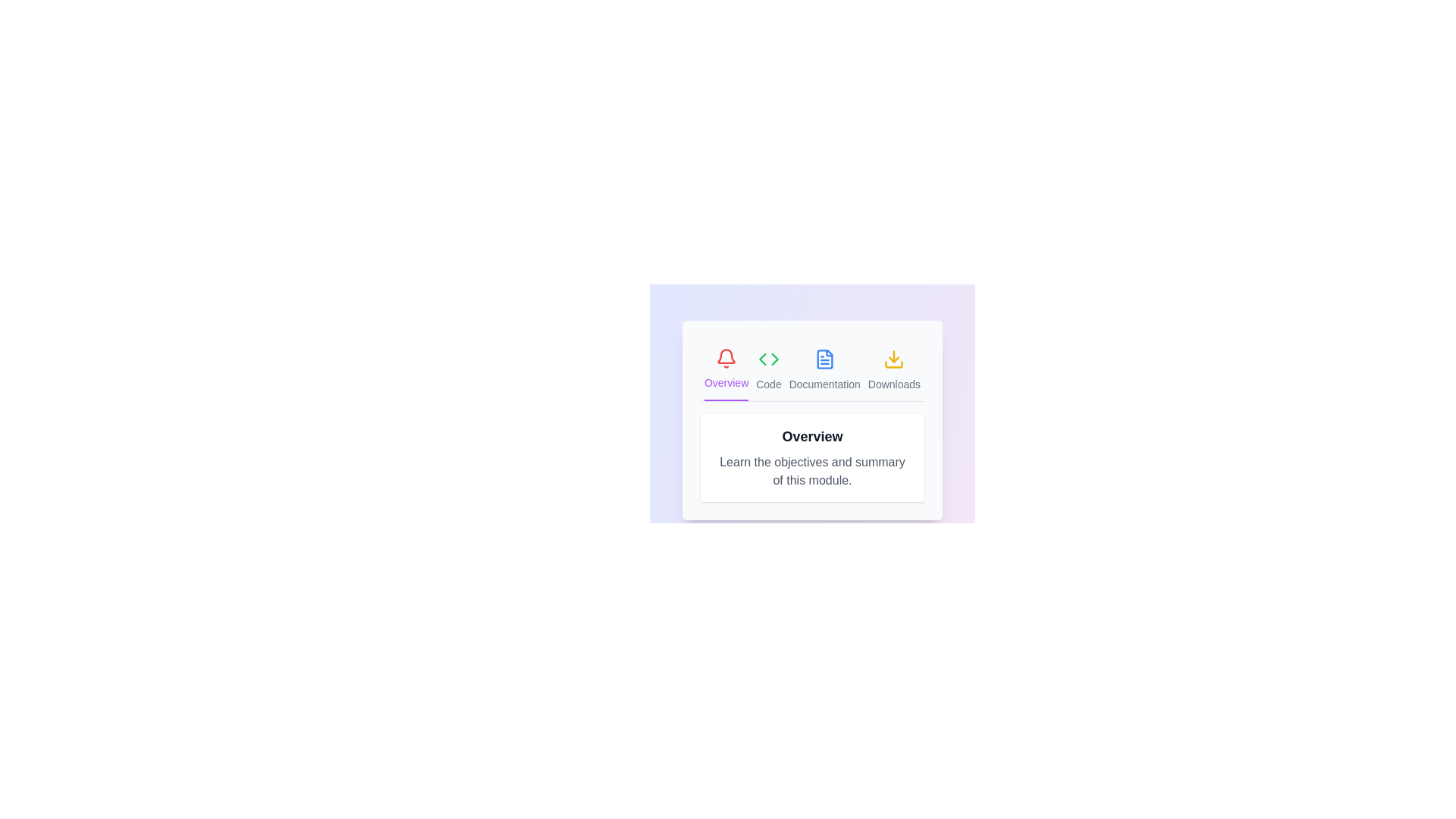 The image size is (1456, 819). What do you see at coordinates (768, 370) in the screenshot?
I see `the icon of the Code tab to activate it` at bounding box center [768, 370].